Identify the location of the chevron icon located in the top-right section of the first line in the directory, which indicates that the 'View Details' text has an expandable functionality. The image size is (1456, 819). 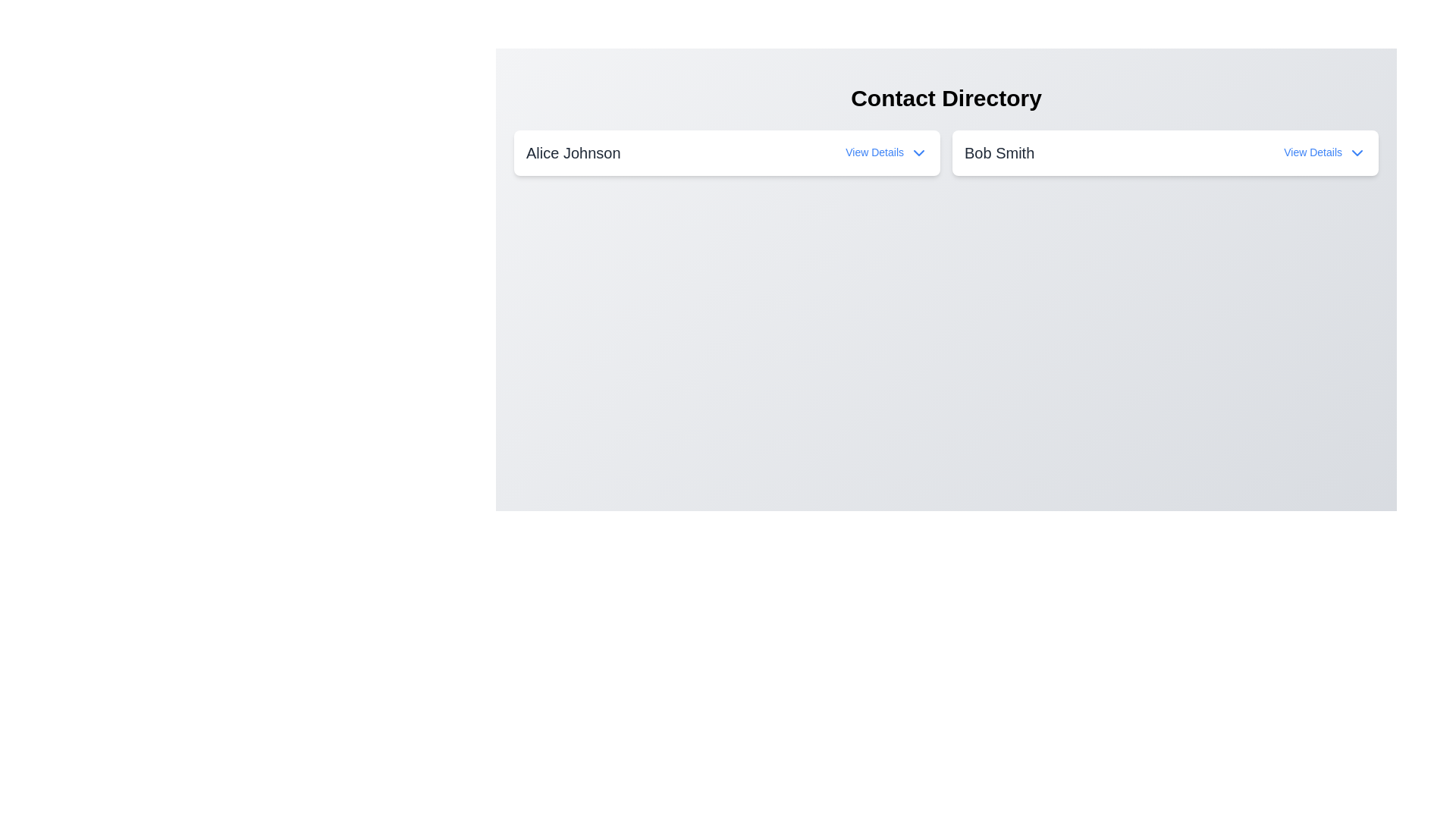
(918, 152).